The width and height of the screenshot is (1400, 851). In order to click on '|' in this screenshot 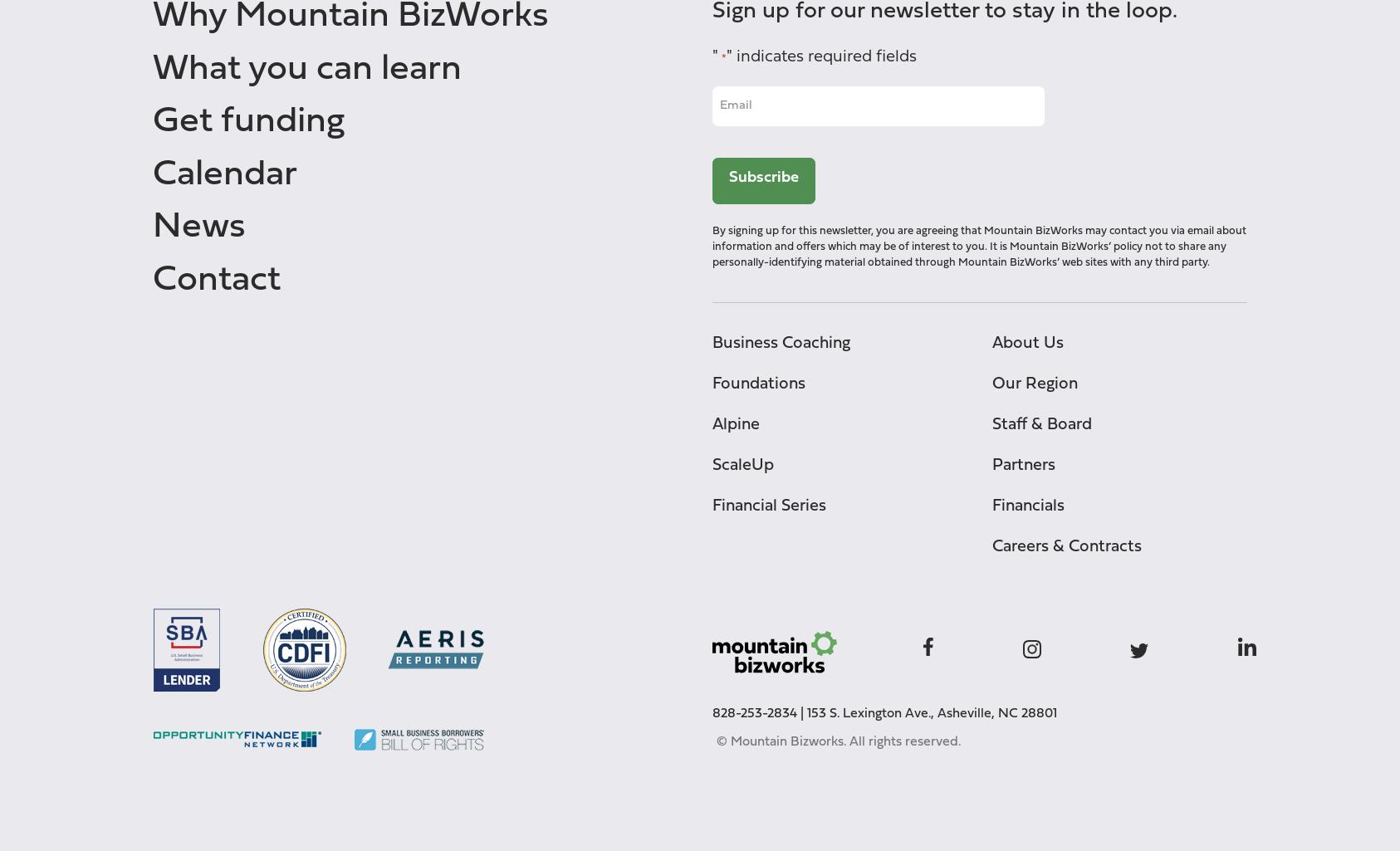, I will do `click(801, 713)`.